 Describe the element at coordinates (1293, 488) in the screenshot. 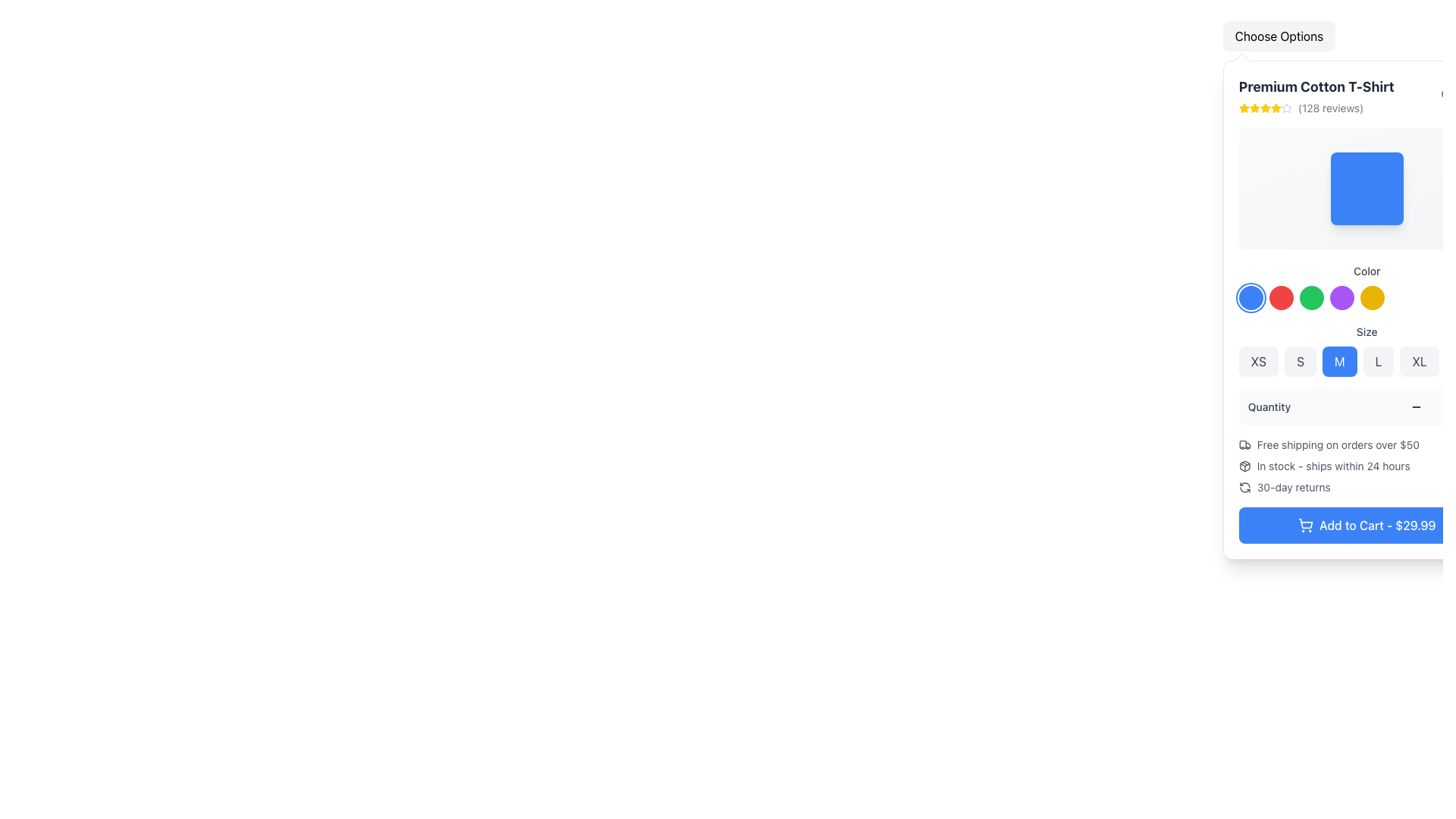

I see `the static text label that informs users about the 30-day return policy for the product, located above the 'Add to Cart' button` at that location.